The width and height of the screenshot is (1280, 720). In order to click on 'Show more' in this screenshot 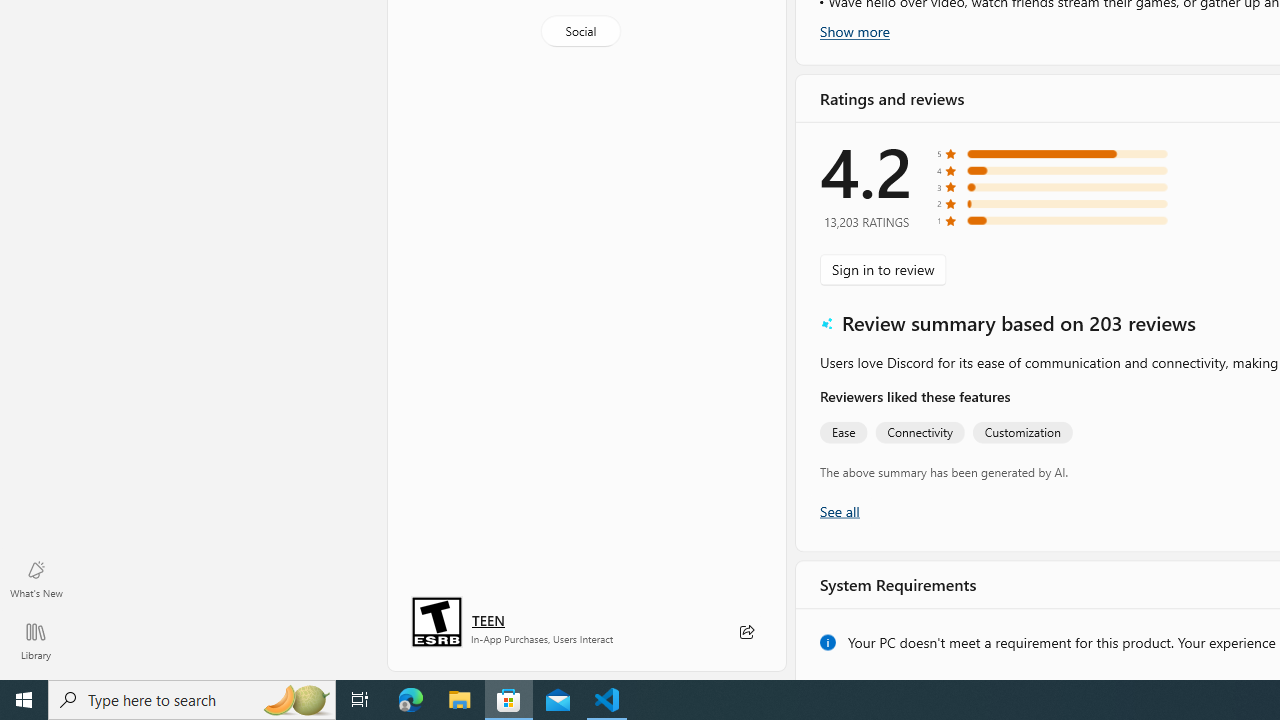, I will do `click(855, 31)`.